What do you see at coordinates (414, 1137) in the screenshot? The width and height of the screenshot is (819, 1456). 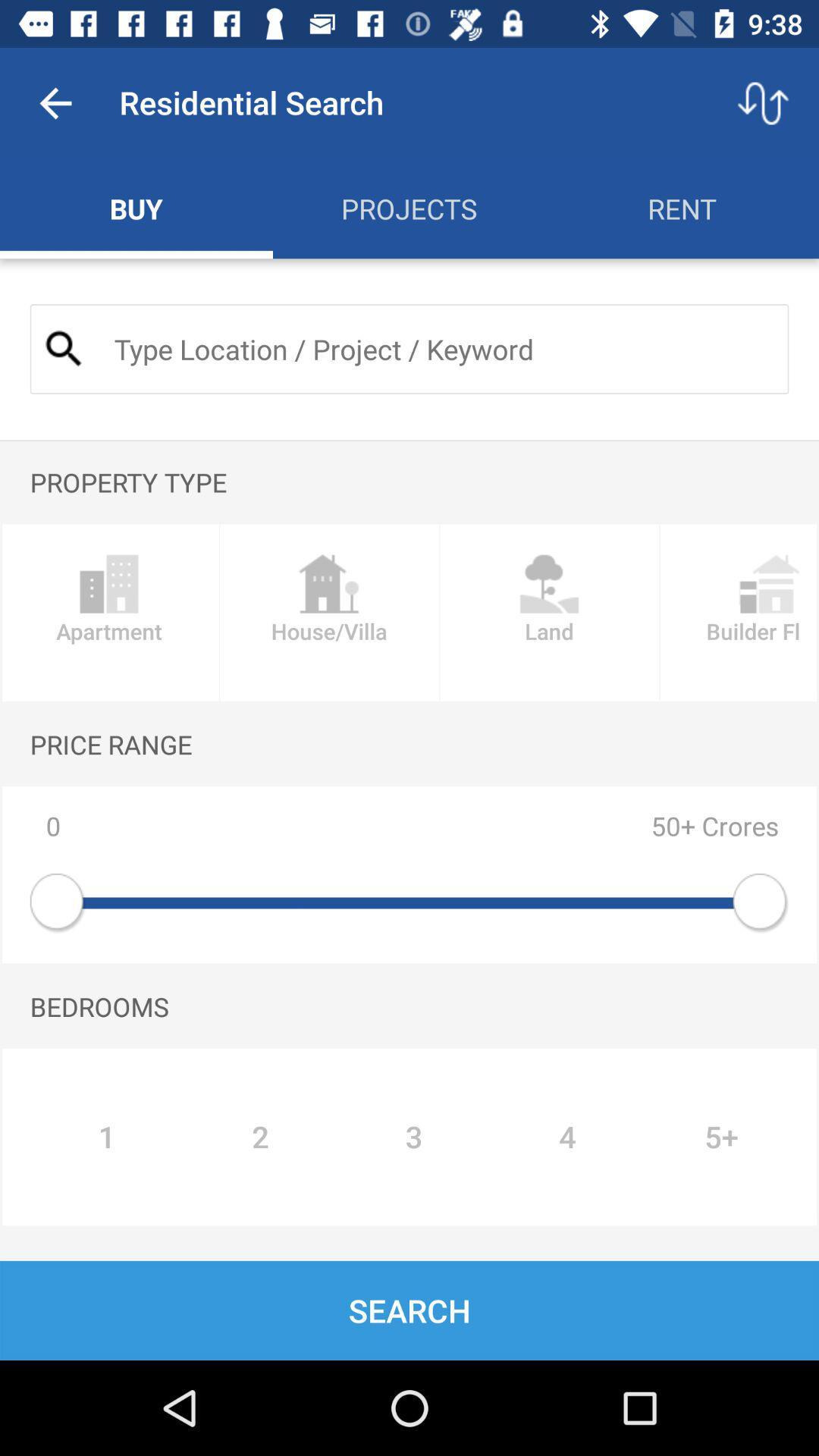 I see `3` at bounding box center [414, 1137].